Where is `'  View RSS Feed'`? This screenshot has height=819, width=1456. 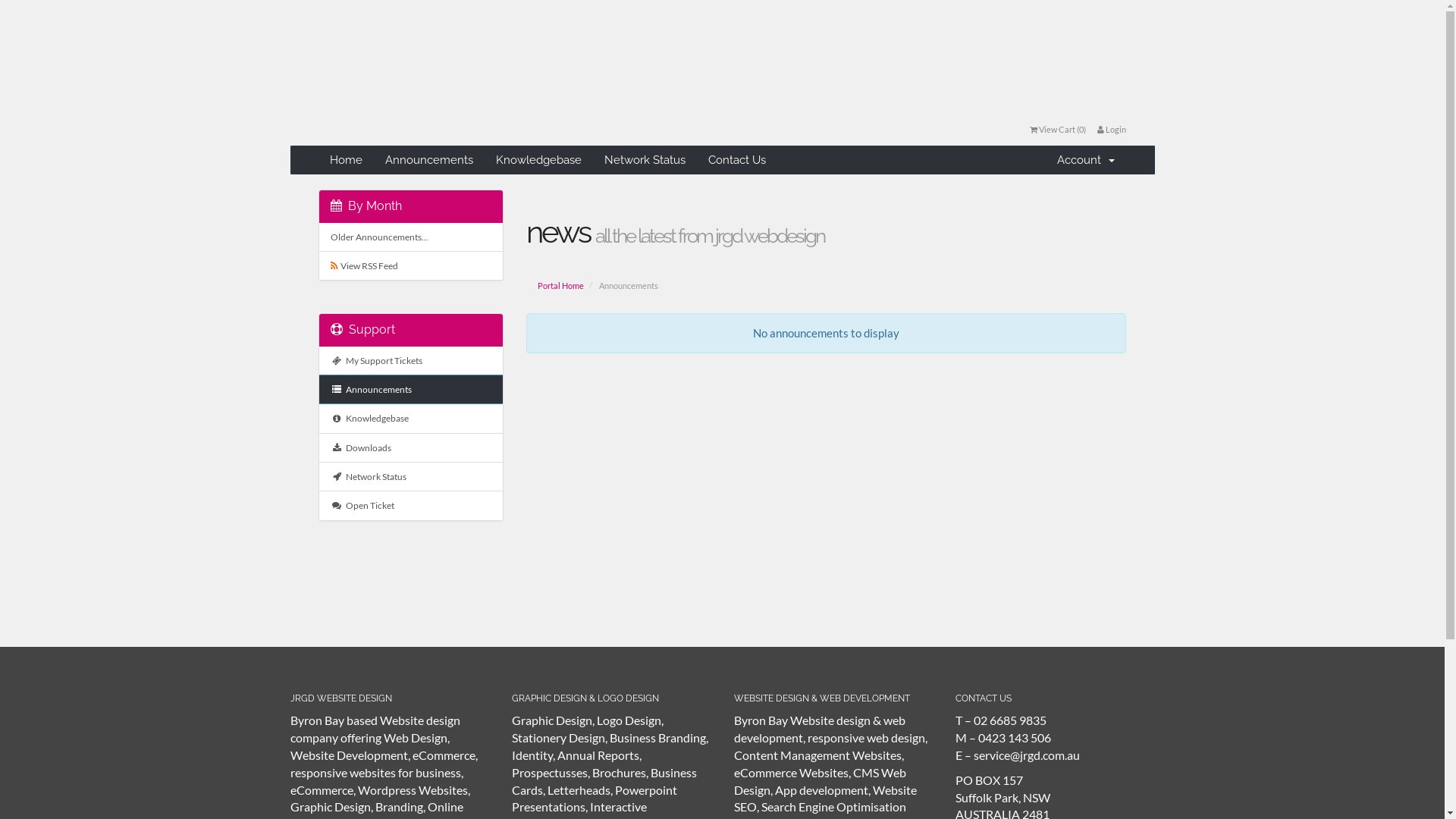
'  View RSS Feed' is located at coordinates (411, 265).